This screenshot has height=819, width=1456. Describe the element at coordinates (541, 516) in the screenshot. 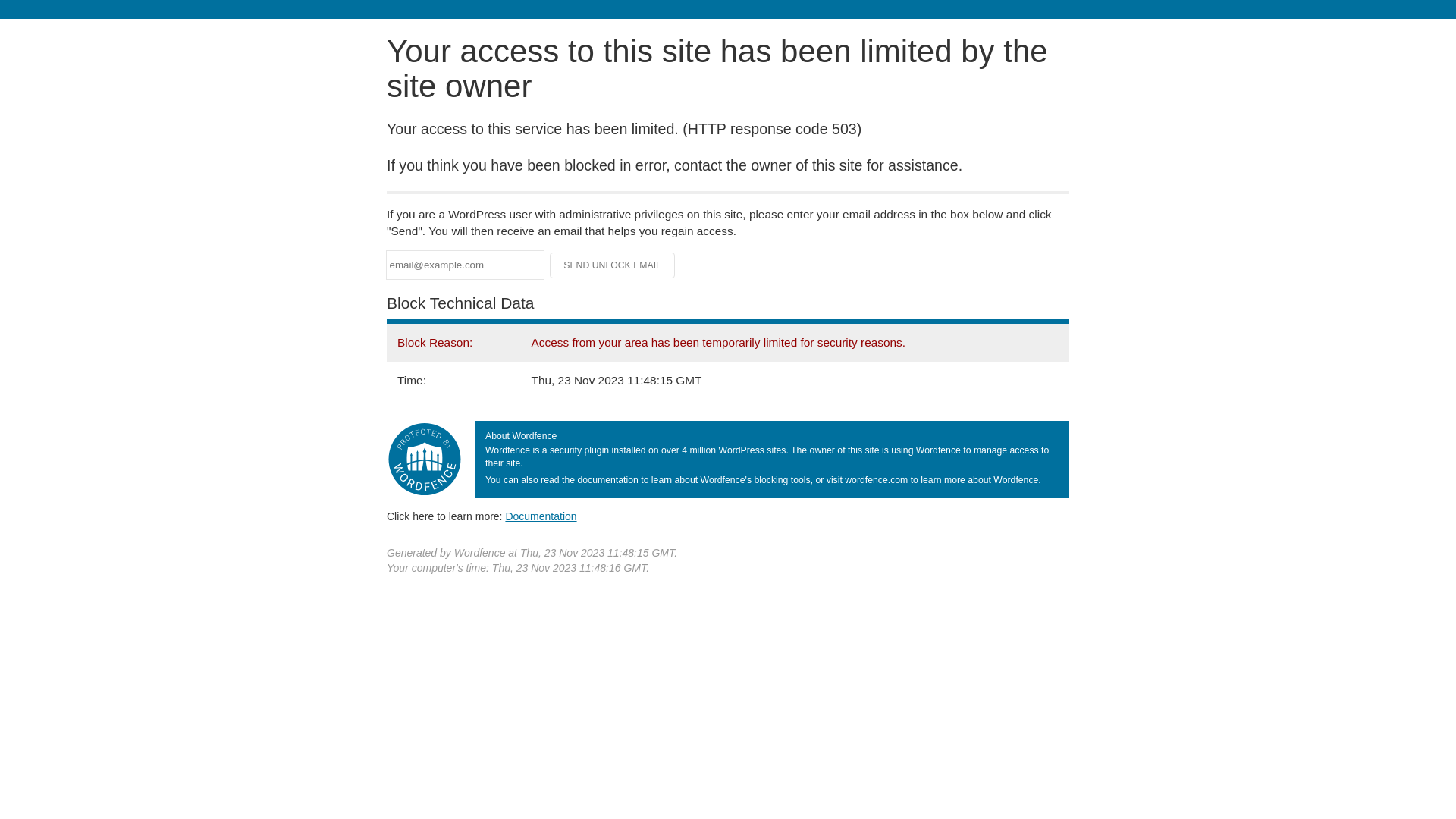

I see `'Documentation'` at that location.